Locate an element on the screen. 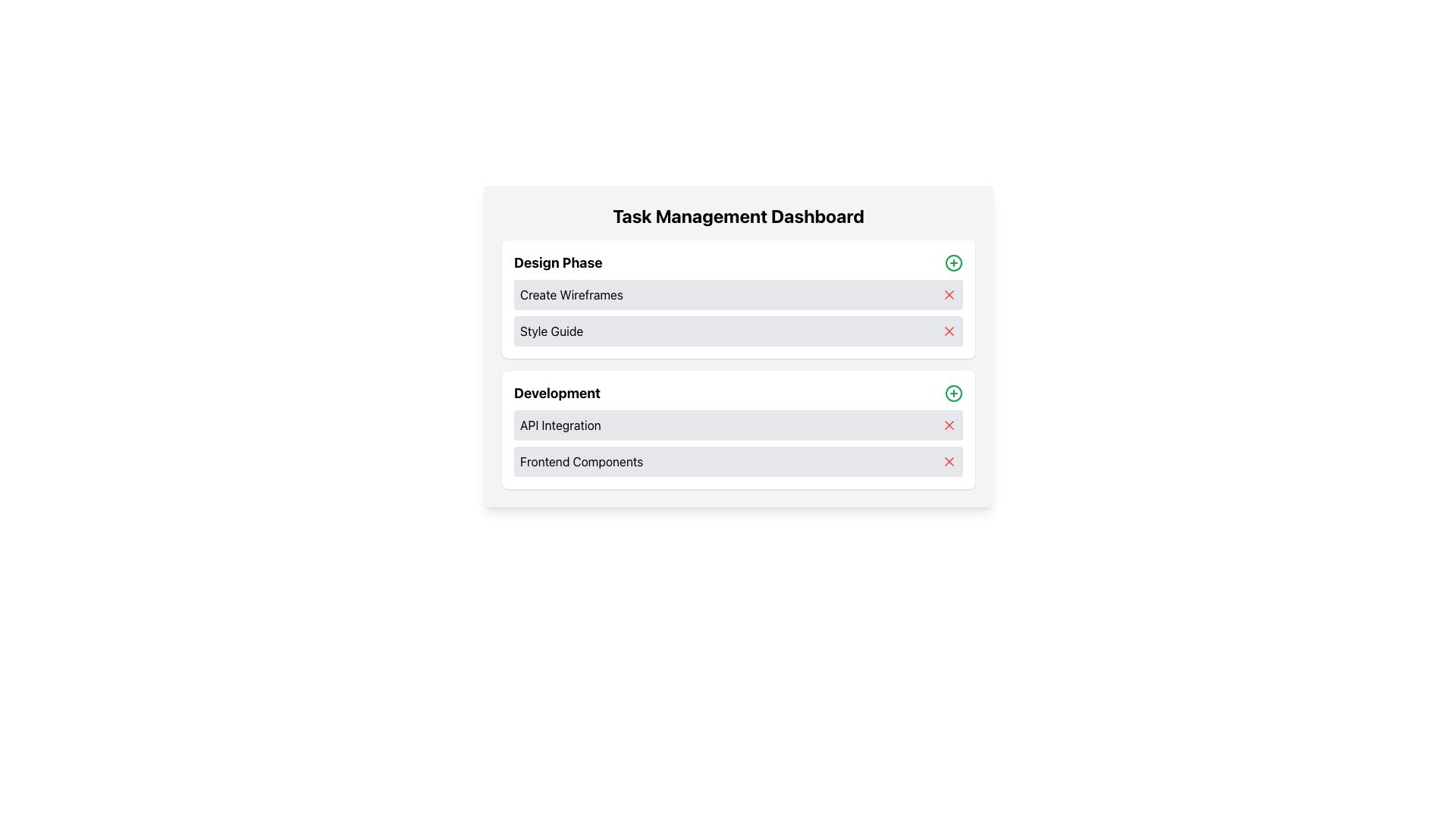 The image size is (1456, 819). the text label displaying 'Create Wireframes', which is styled with a bold sans-serif font in black on a light grey background is located at coordinates (570, 295).